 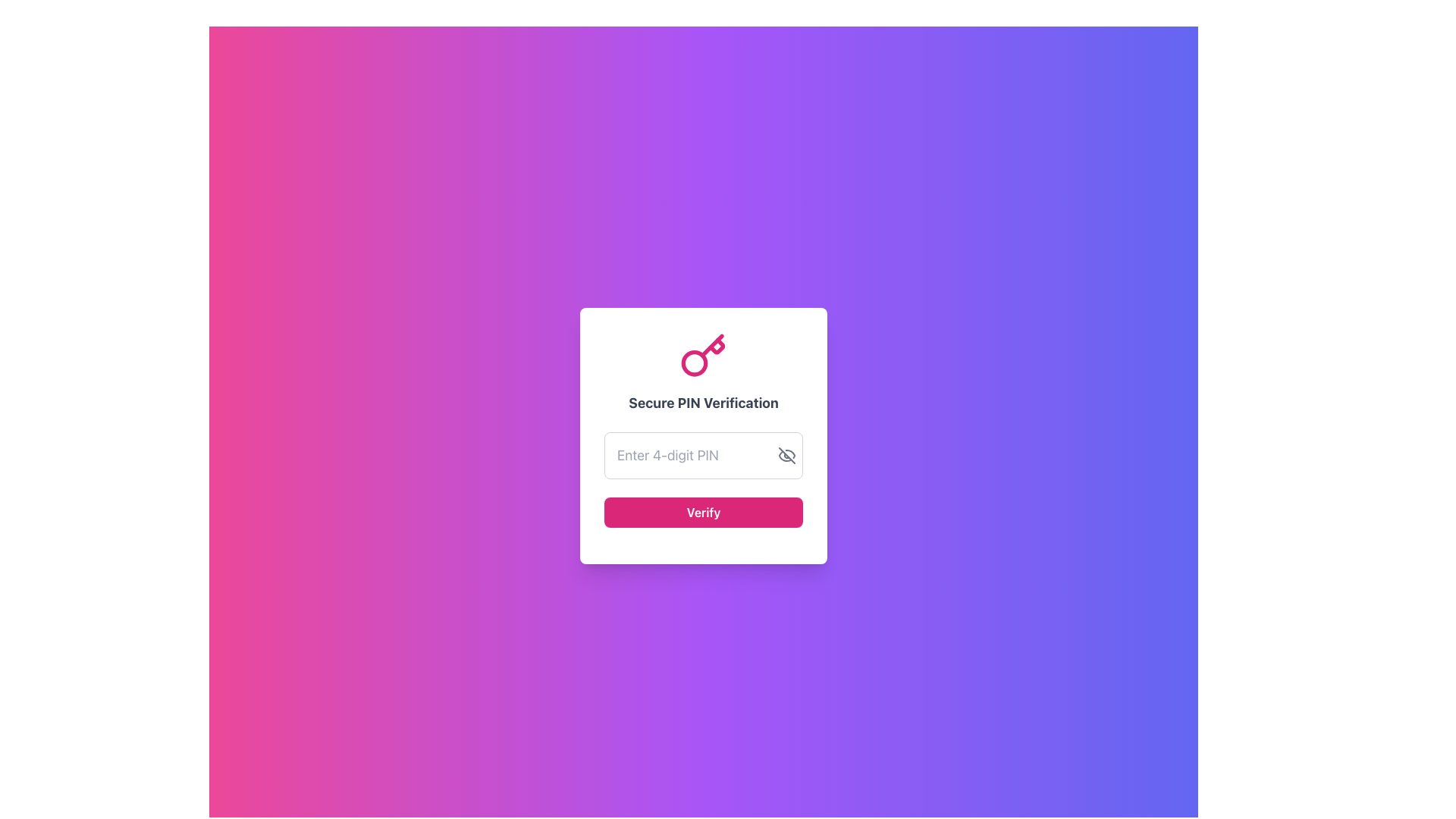 I want to click on the eye icon toggle to change the visibility state of the PIN input field, so click(x=786, y=455).